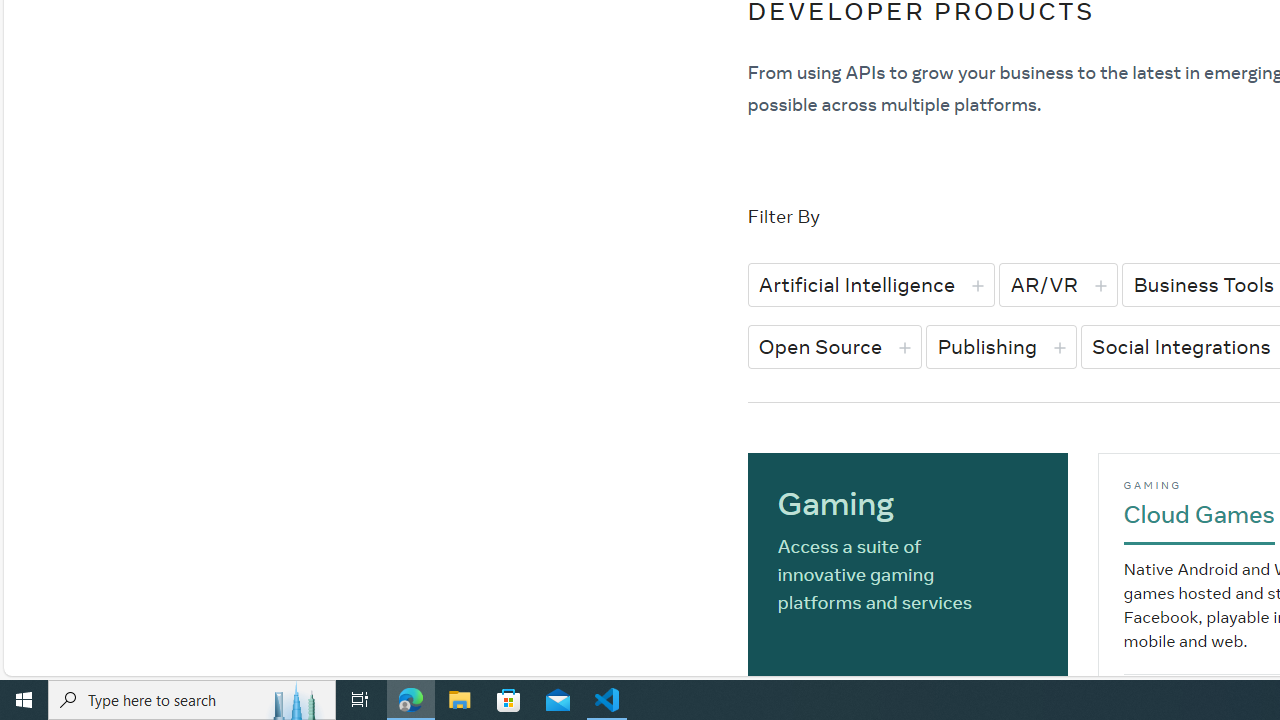  What do you see at coordinates (871, 284) in the screenshot?
I see `'Artificial Intelligence'` at bounding box center [871, 284].